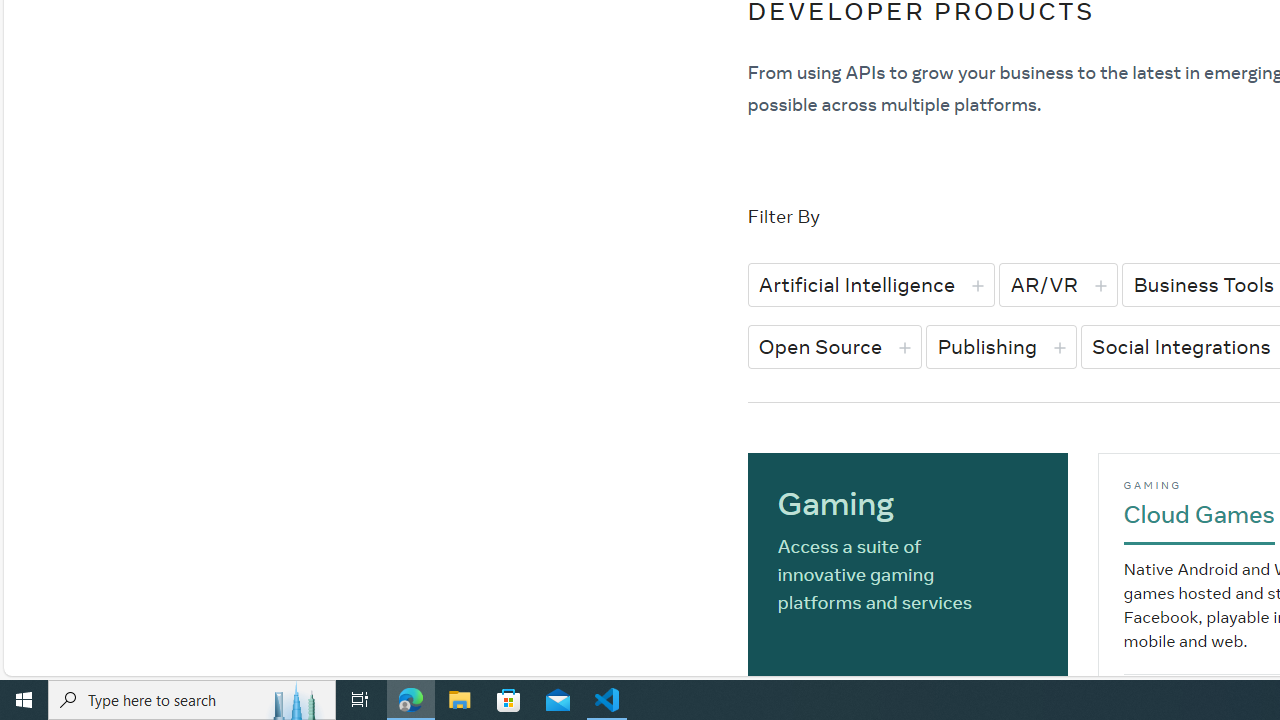  What do you see at coordinates (871, 284) in the screenshot?
I see `'Artificial Intelligence'` at bounding box center [871, 284].